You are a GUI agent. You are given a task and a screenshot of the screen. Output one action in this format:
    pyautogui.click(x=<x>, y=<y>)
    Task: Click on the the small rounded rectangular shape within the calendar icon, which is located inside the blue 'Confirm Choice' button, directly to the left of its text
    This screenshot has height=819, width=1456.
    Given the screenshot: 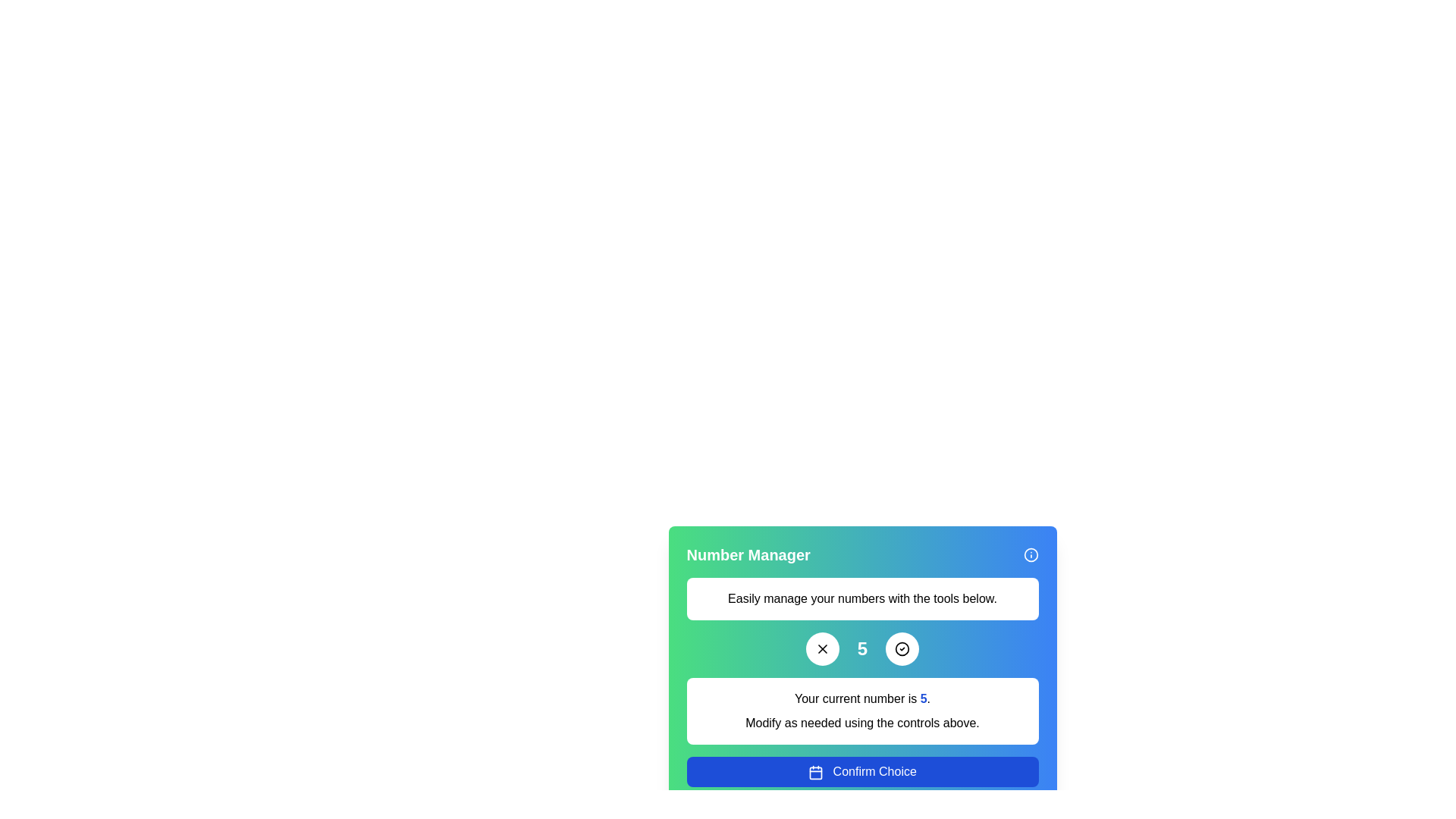 What is the action you would take?
    pyautogui.click(x=815, y=773)
    